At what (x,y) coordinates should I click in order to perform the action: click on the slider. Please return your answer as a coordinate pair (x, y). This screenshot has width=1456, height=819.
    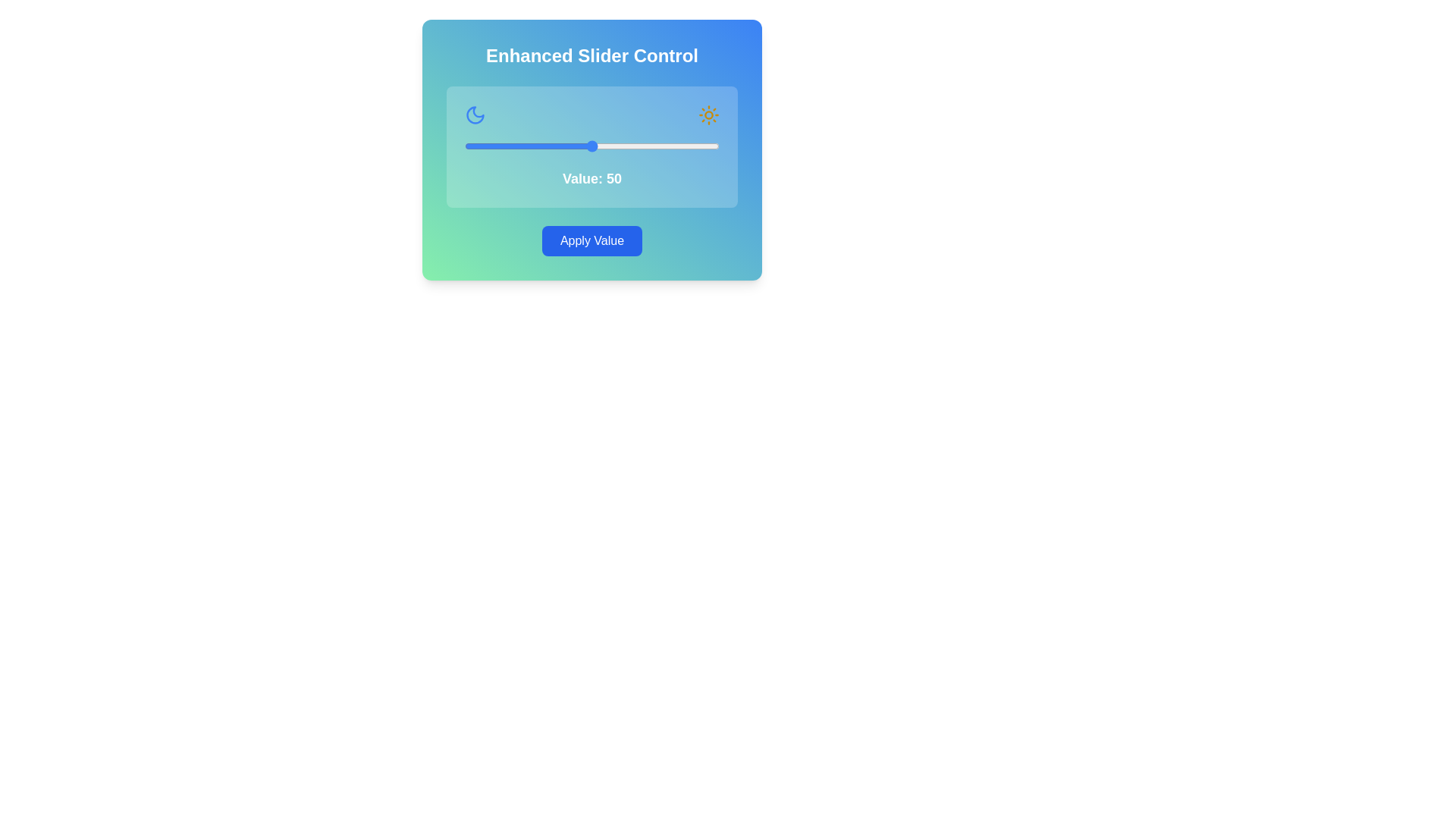
    Looking at the image, I should click on (528, 146).